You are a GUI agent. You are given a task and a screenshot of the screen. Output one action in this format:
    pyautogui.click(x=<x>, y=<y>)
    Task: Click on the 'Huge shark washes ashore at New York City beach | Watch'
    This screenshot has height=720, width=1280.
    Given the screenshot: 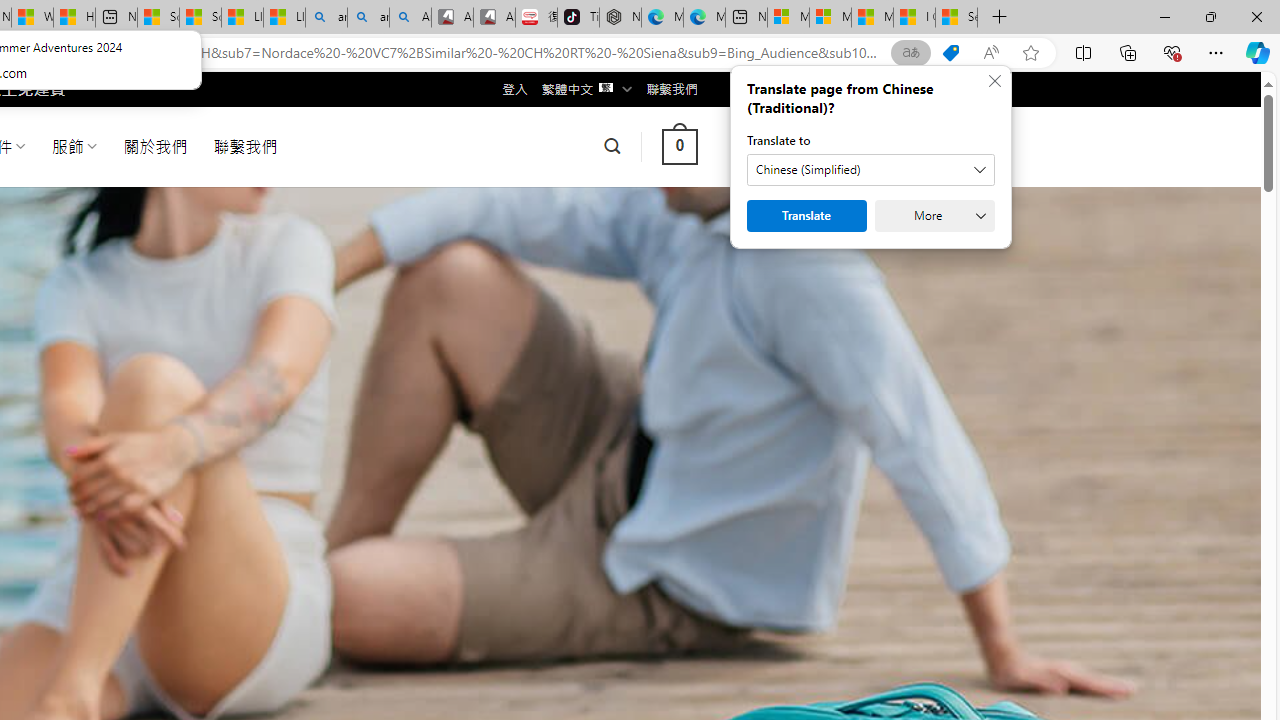 What is the action you would take?
    pyautogui.click(x=74, y=17)
    